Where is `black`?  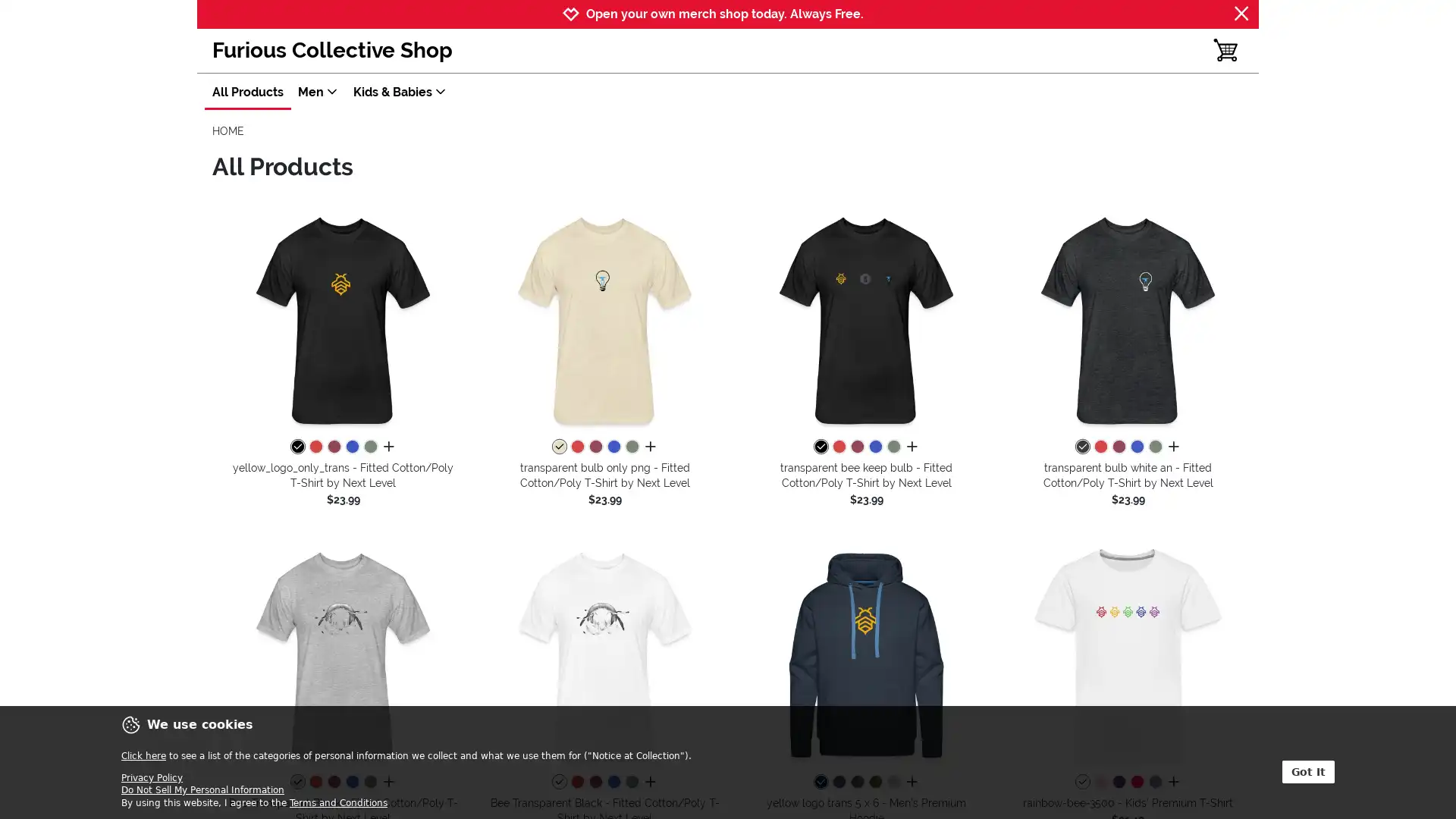 black is located at coordinates (297, 447).